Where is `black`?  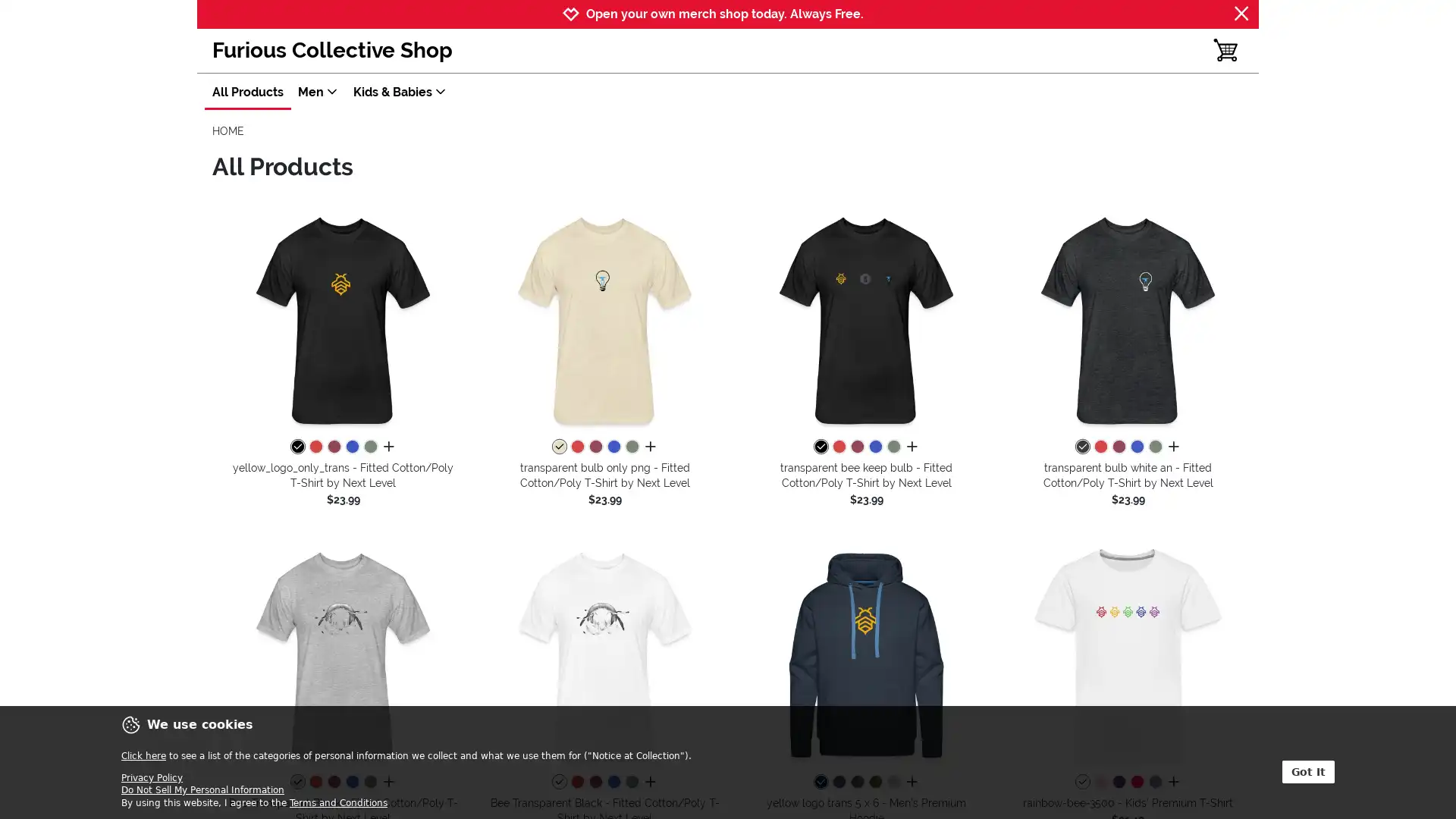 black is located at coordinates (297, 447).